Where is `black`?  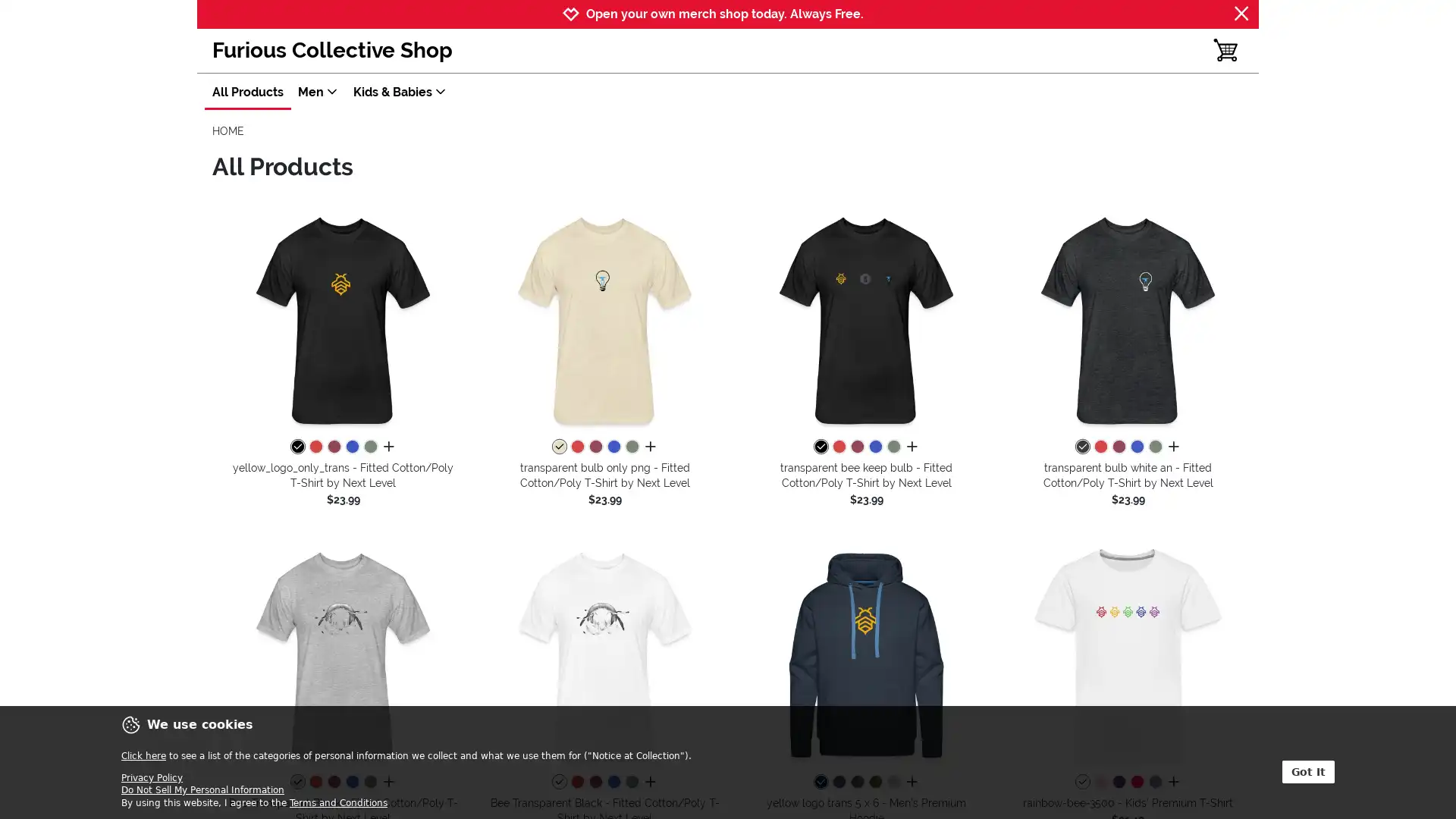 black is located at coordinates (297, 447).